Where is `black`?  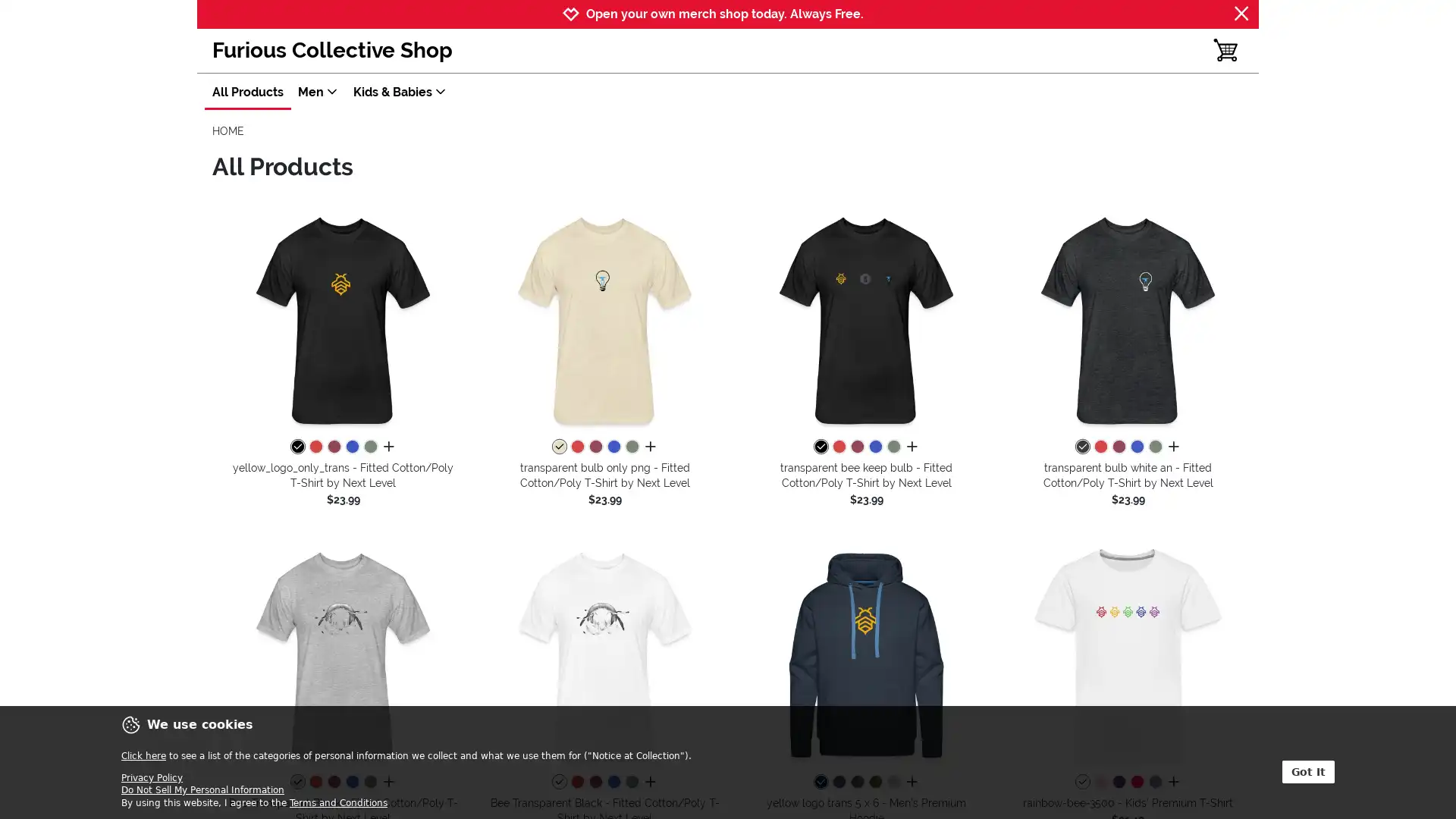 black is located at coordinates (297, 447).